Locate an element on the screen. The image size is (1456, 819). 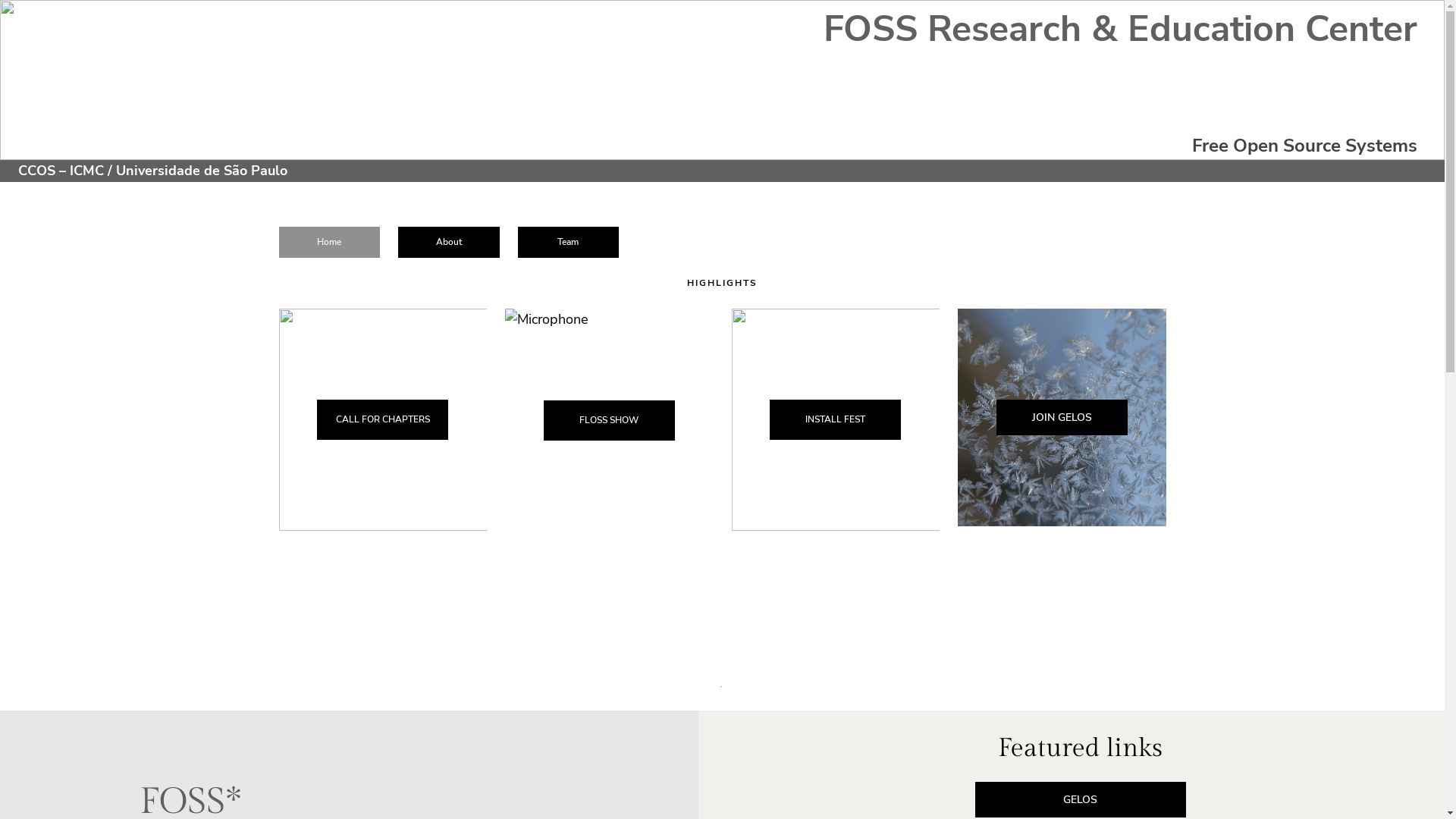
'Team' is located at coordinates (567, 241).